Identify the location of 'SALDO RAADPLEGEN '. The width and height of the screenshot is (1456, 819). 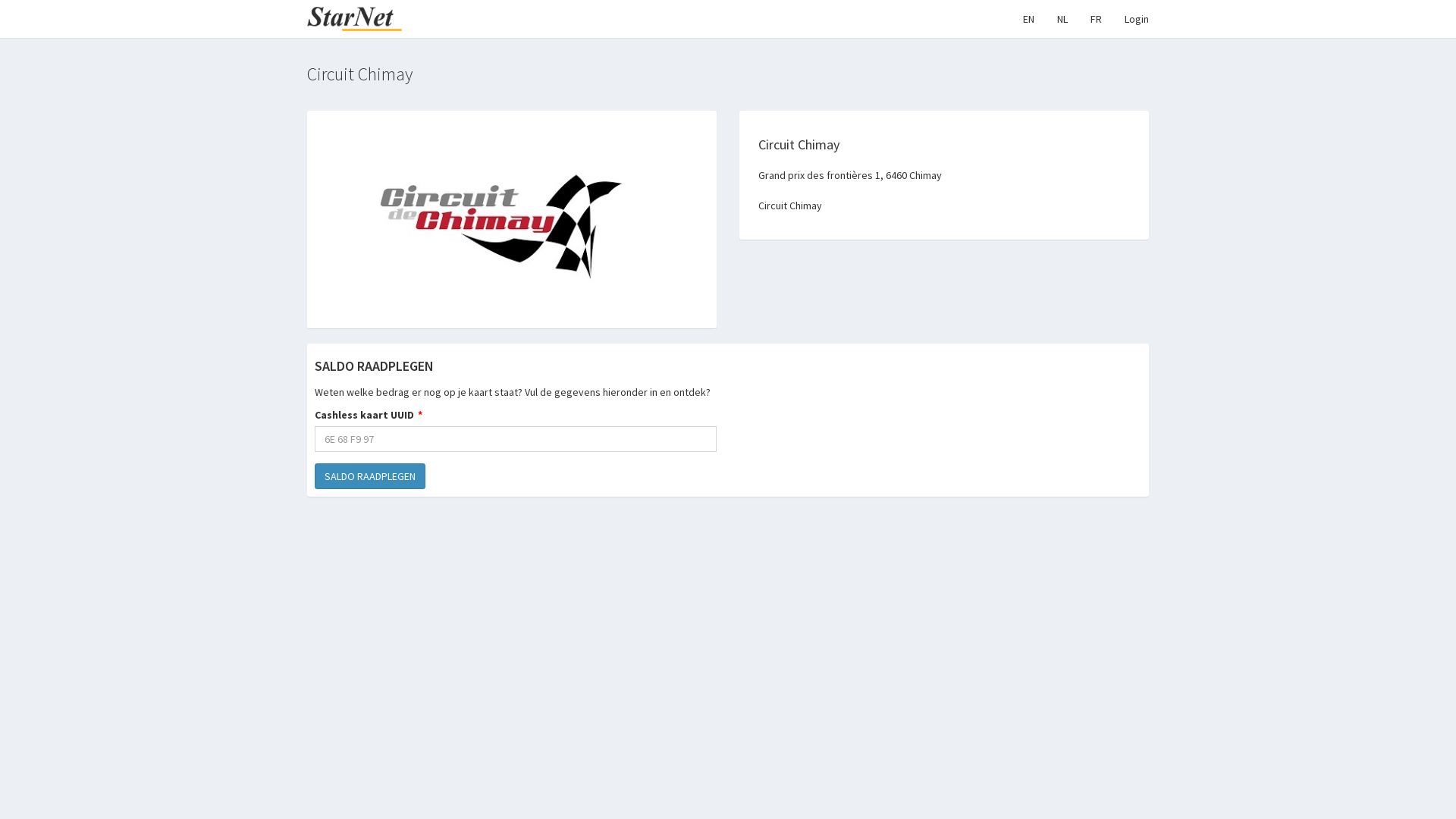
(370, 475).